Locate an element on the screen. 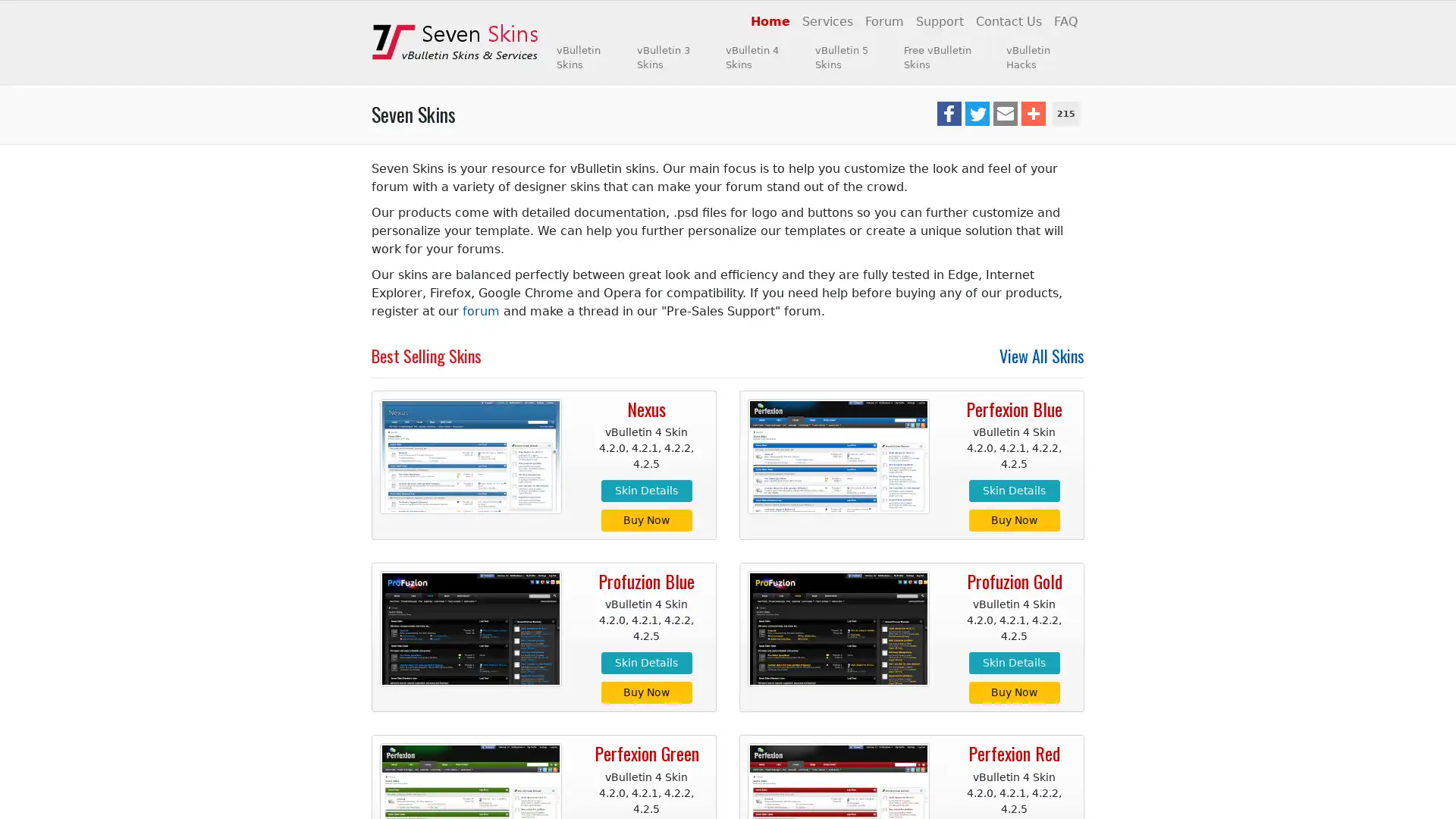 This screenshot has width=1456, height=819. Share to Email is located at coordinates (1004, 113).